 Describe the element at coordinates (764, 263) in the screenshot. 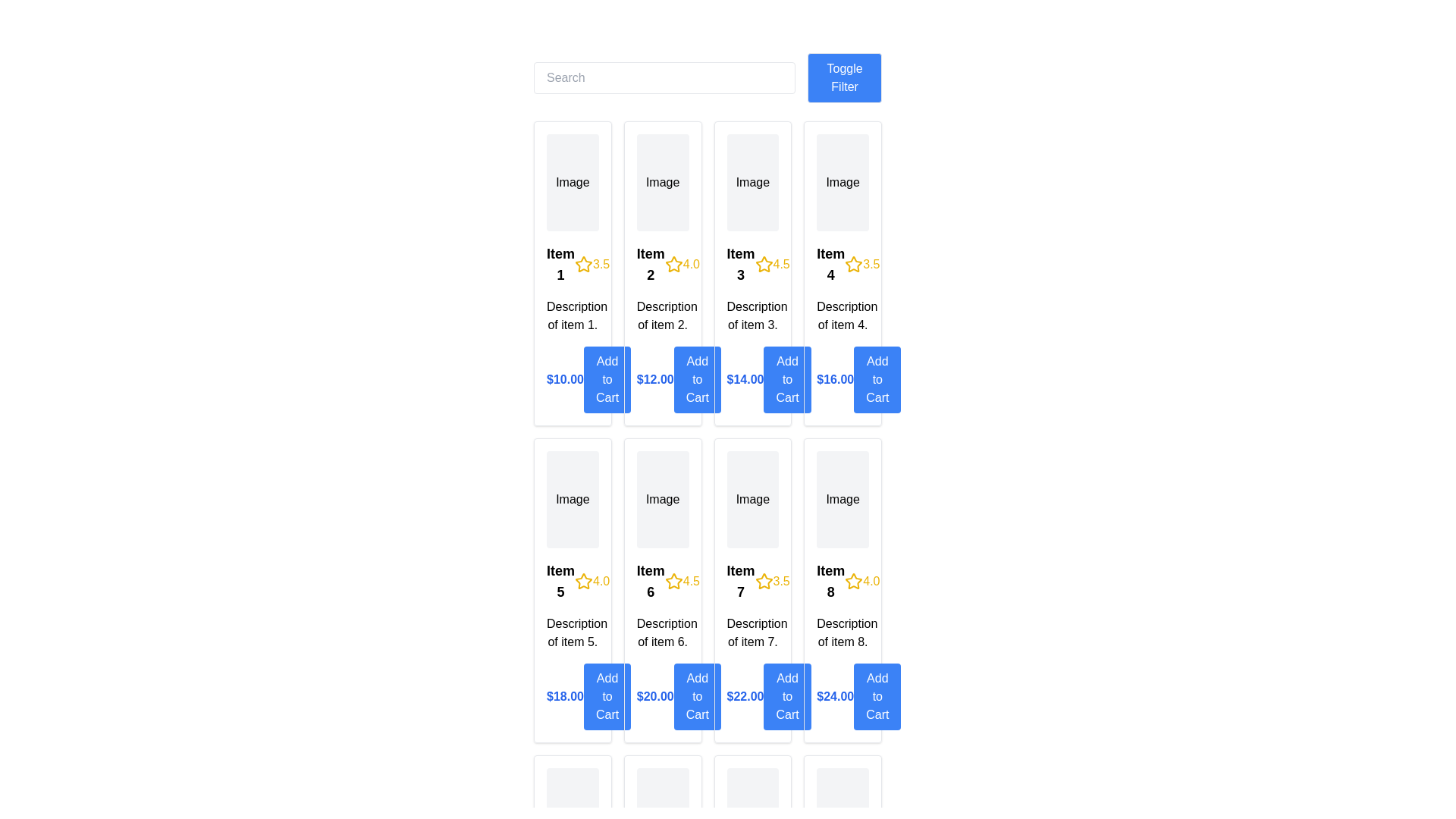

I see `the star icon representing the rating value of '4.5' located in the third item listing under the label 'Item 3'` at that location.